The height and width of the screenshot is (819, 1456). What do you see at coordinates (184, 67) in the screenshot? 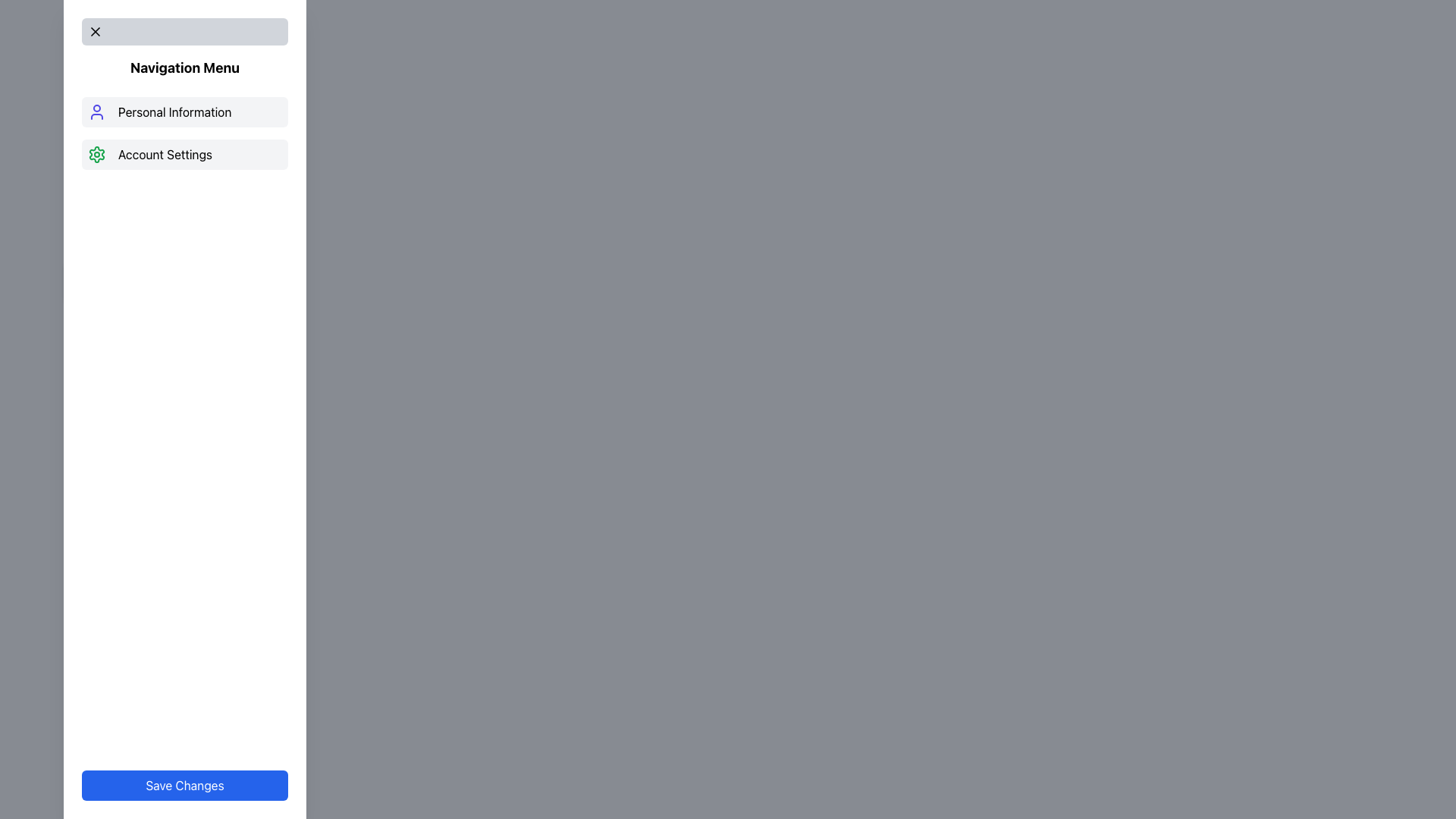
I see `the static text header displaying 'Navigation Menu', which is positioned below a horizontal gray bar and above the menu options in the vertical navigation panel` at bounding box center [184, 67].